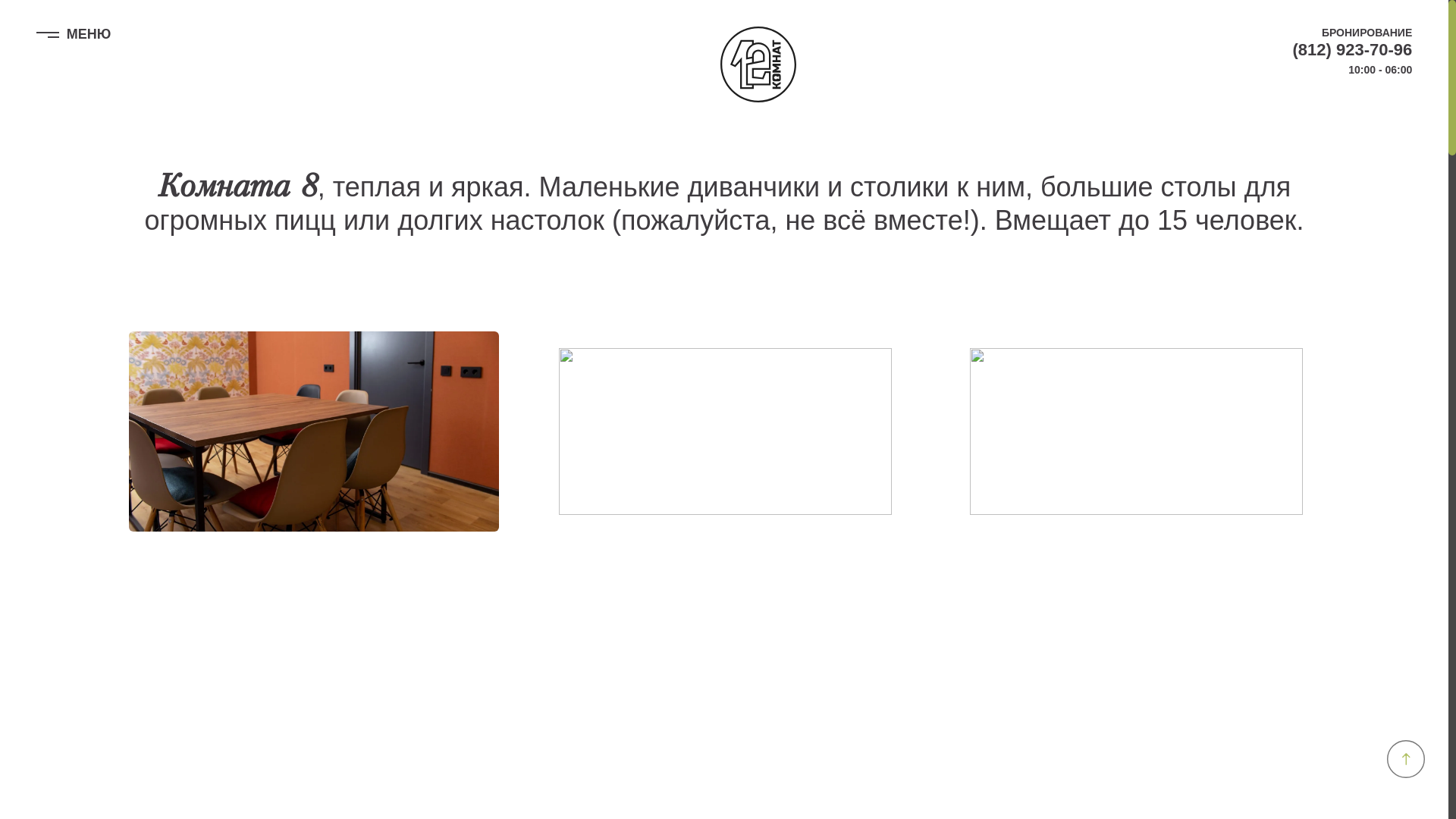  What do you see at coordinates (1291, 49) in the screenshot?
I see `'(812) 923-70-96'` at bounding box center [1291, 49].